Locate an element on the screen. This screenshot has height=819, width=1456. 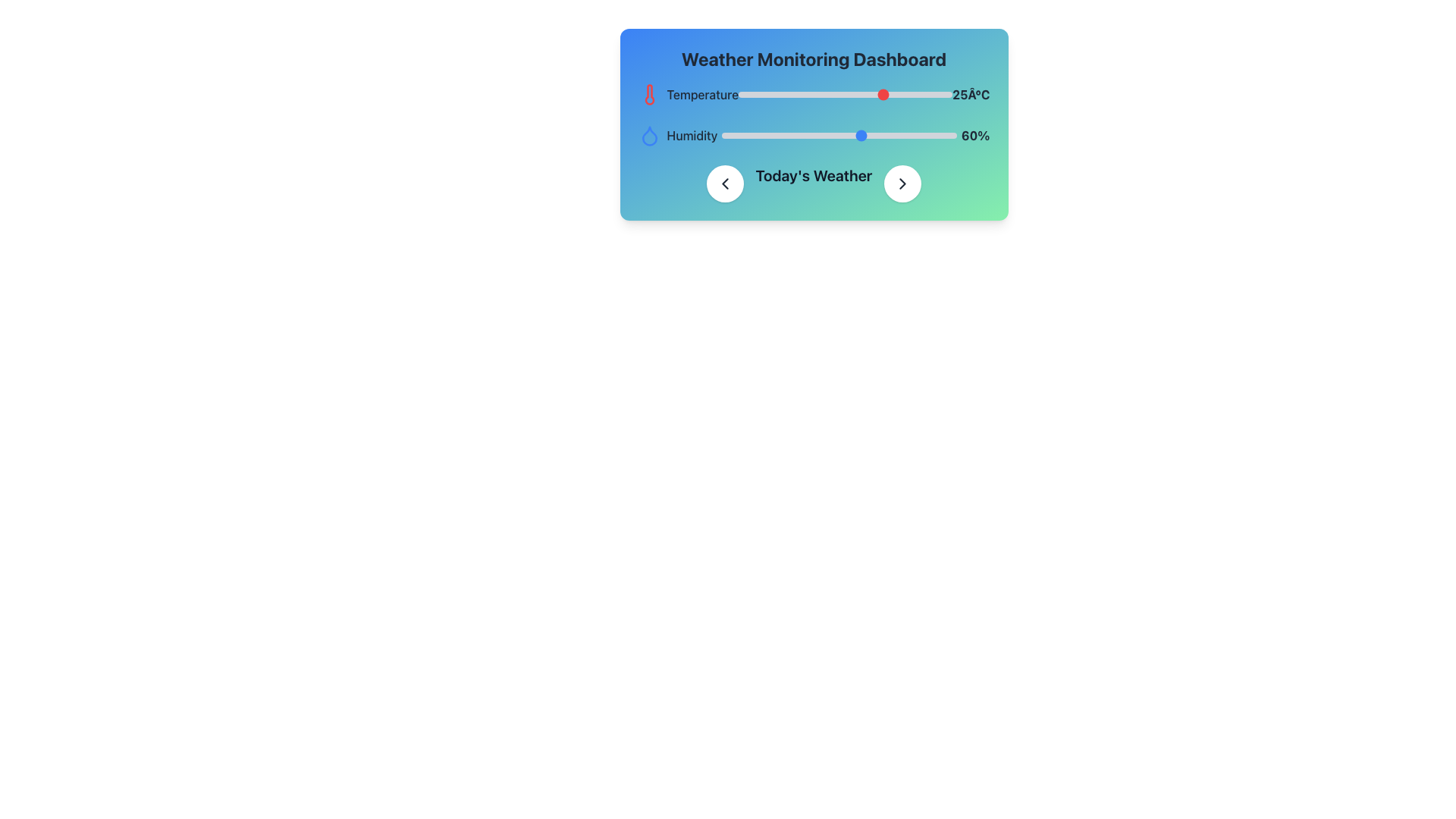
temperature is located at coordinates (885, 94).